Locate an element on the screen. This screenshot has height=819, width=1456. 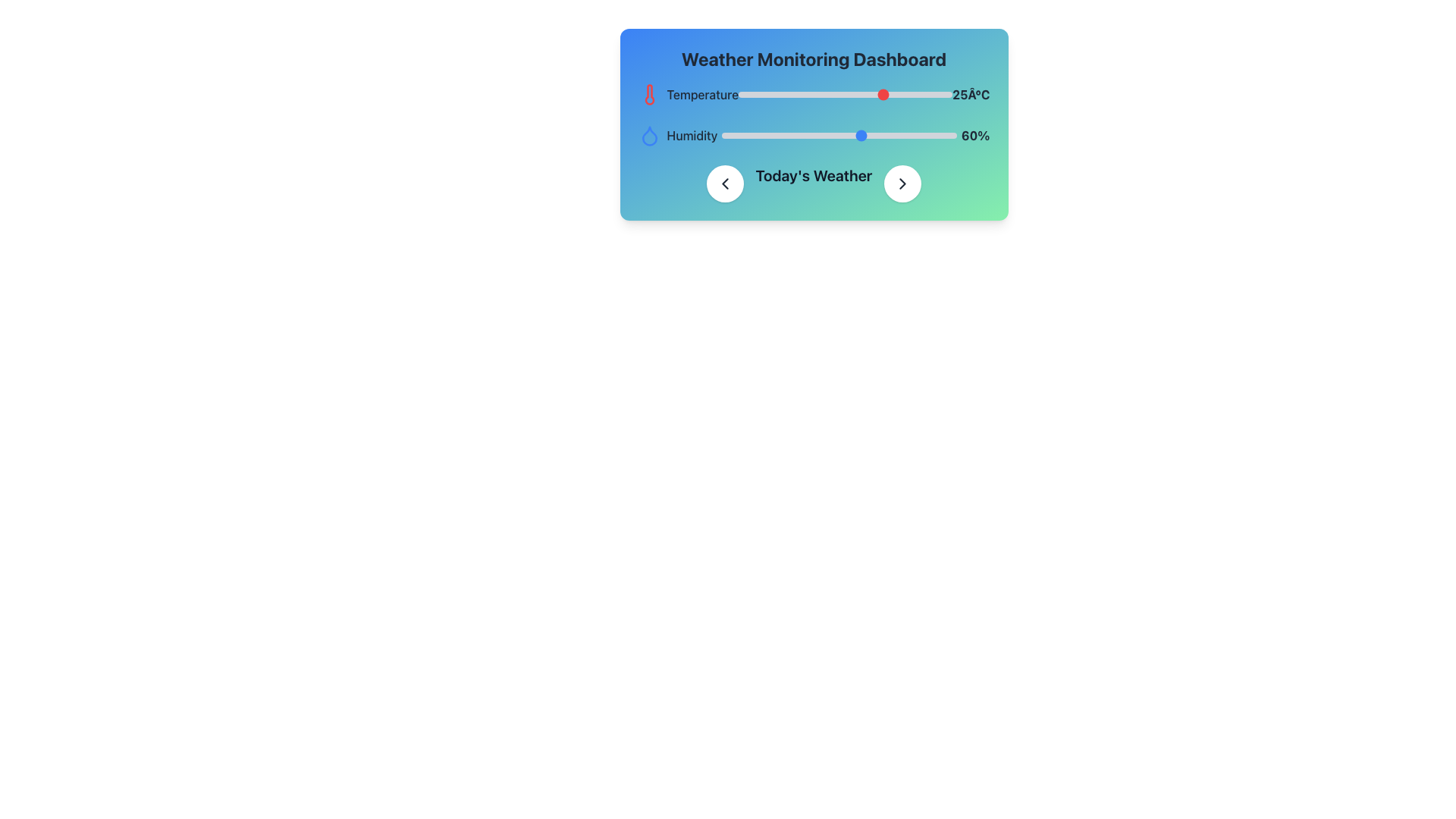
temperature is located at coordinates (885, 94).